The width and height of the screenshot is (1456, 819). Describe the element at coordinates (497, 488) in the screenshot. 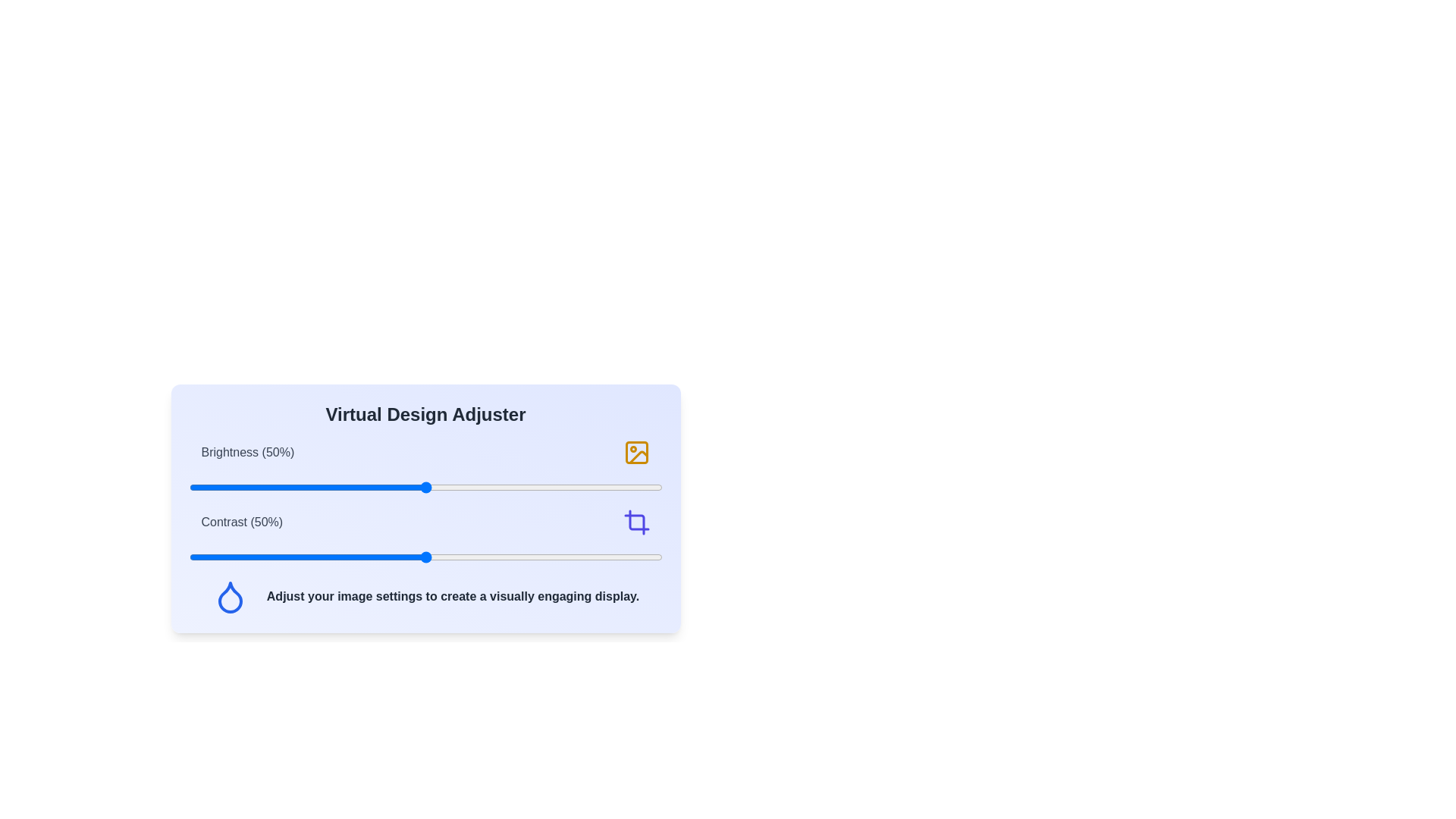

I see `the brightness slider to 65%` at that location.